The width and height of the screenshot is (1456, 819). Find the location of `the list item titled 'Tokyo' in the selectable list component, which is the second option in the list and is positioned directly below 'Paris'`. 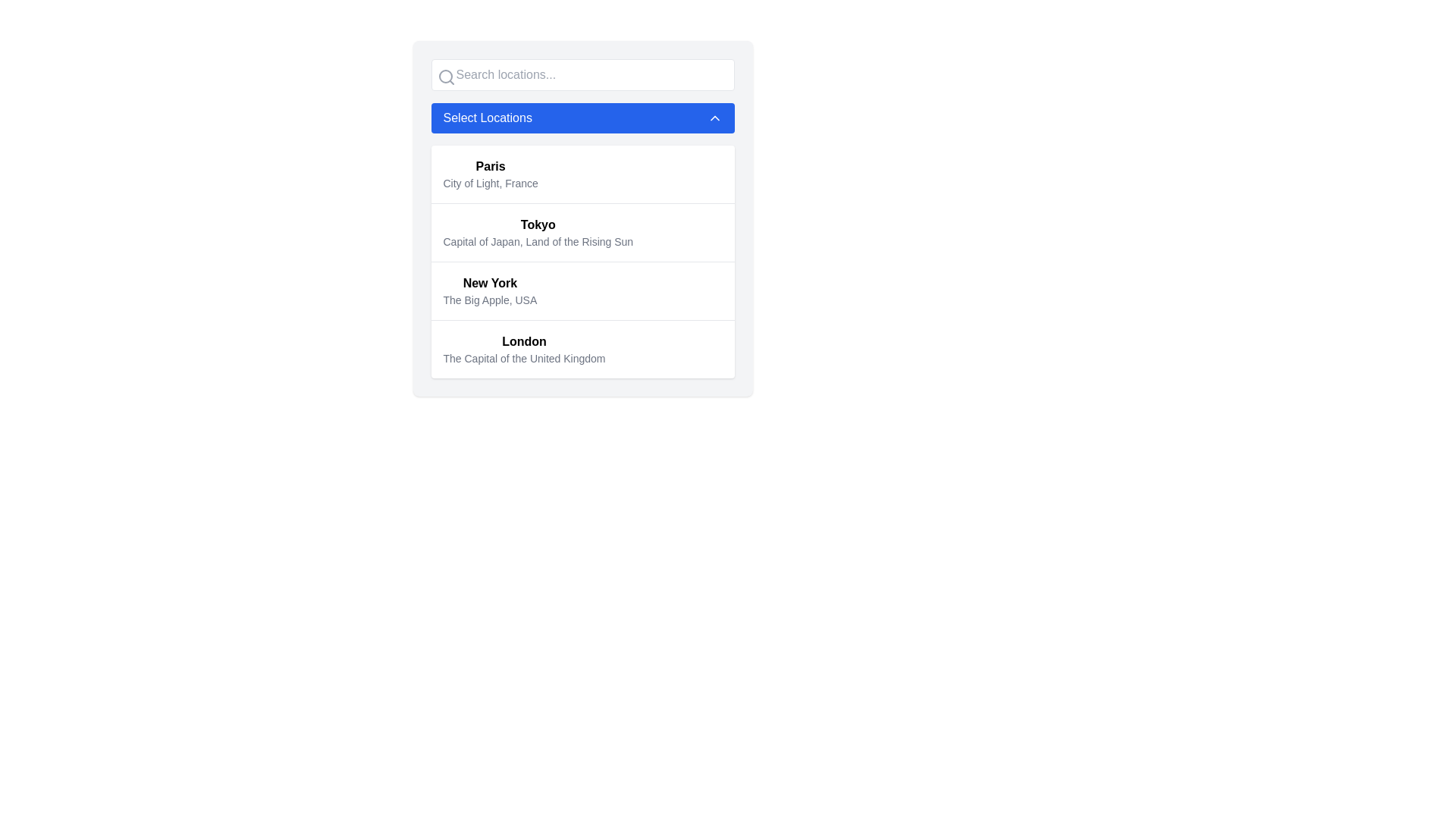

the list item titled 'Tokyo' in the selectable list component, which is the second option in the list and is positioned directly below 'Paris' is located at coordinates (582, 232).